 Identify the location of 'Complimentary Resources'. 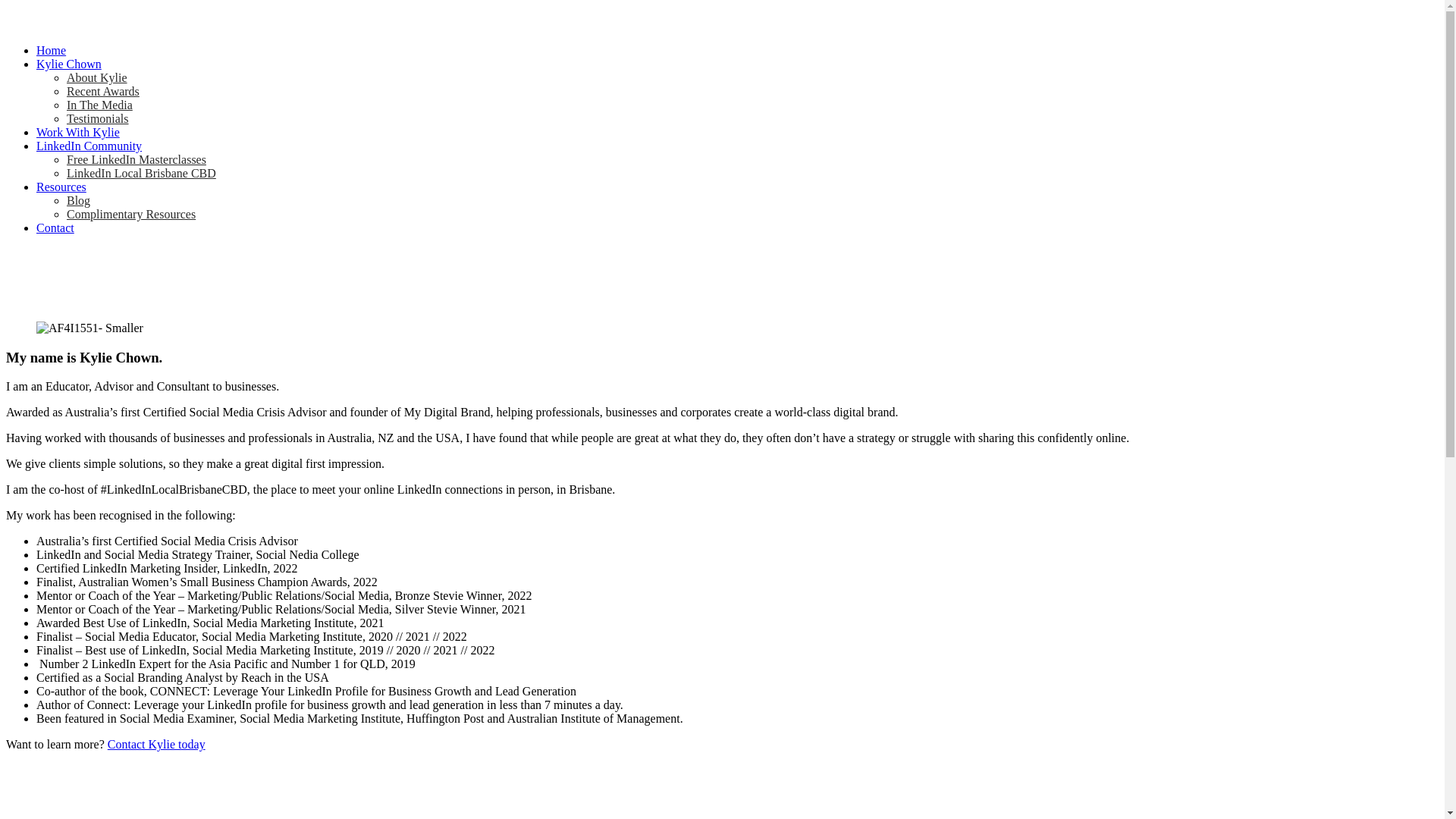
(130, 214).